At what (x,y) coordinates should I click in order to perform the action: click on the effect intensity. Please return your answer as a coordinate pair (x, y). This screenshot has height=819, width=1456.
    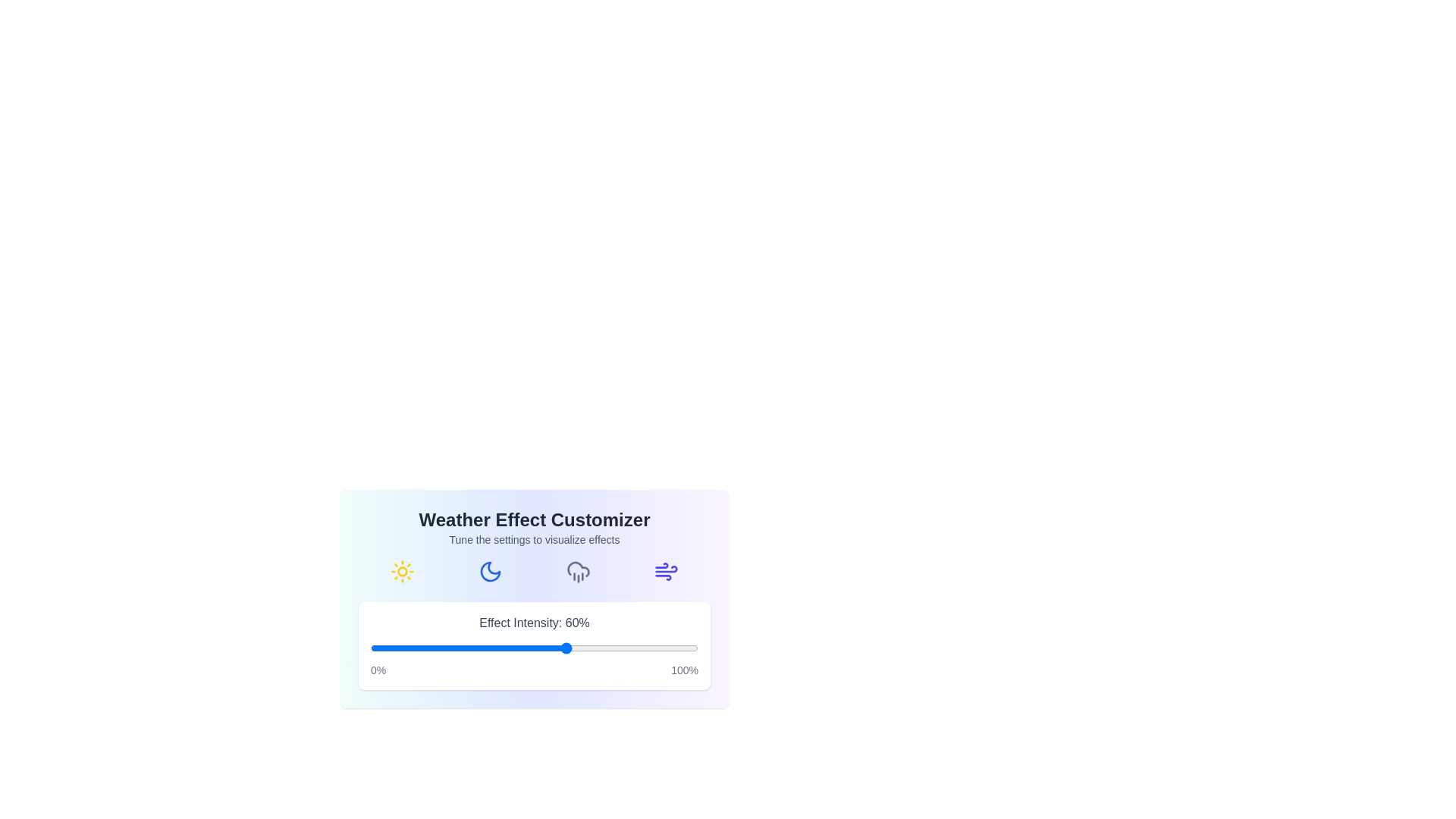
    Looking at the image, I should click on (582, 648).